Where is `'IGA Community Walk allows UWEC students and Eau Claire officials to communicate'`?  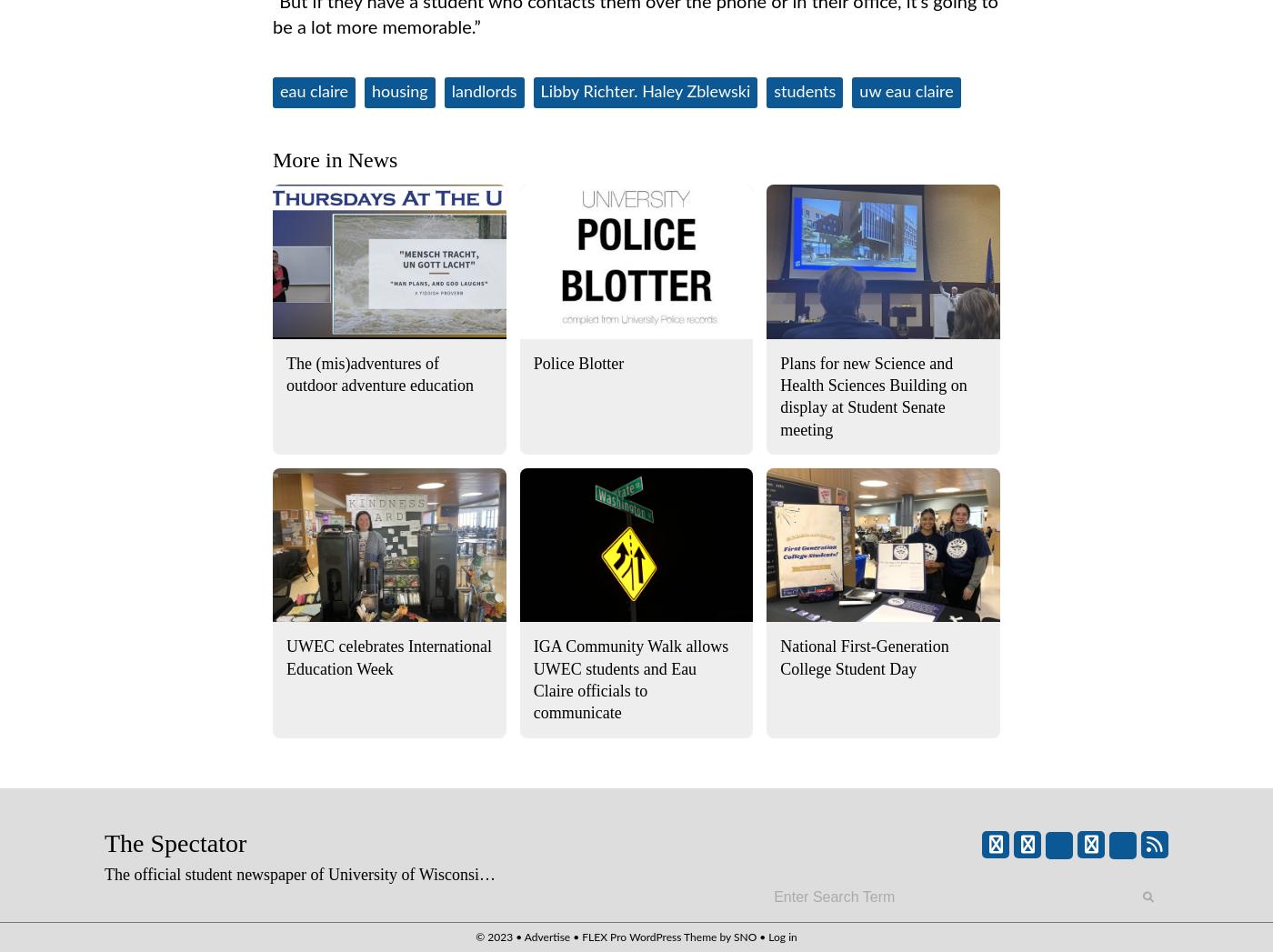 'IGA Community Walk allows UWEC students and Eau Claire officials to communicate' is located at coordinates (630, 679).